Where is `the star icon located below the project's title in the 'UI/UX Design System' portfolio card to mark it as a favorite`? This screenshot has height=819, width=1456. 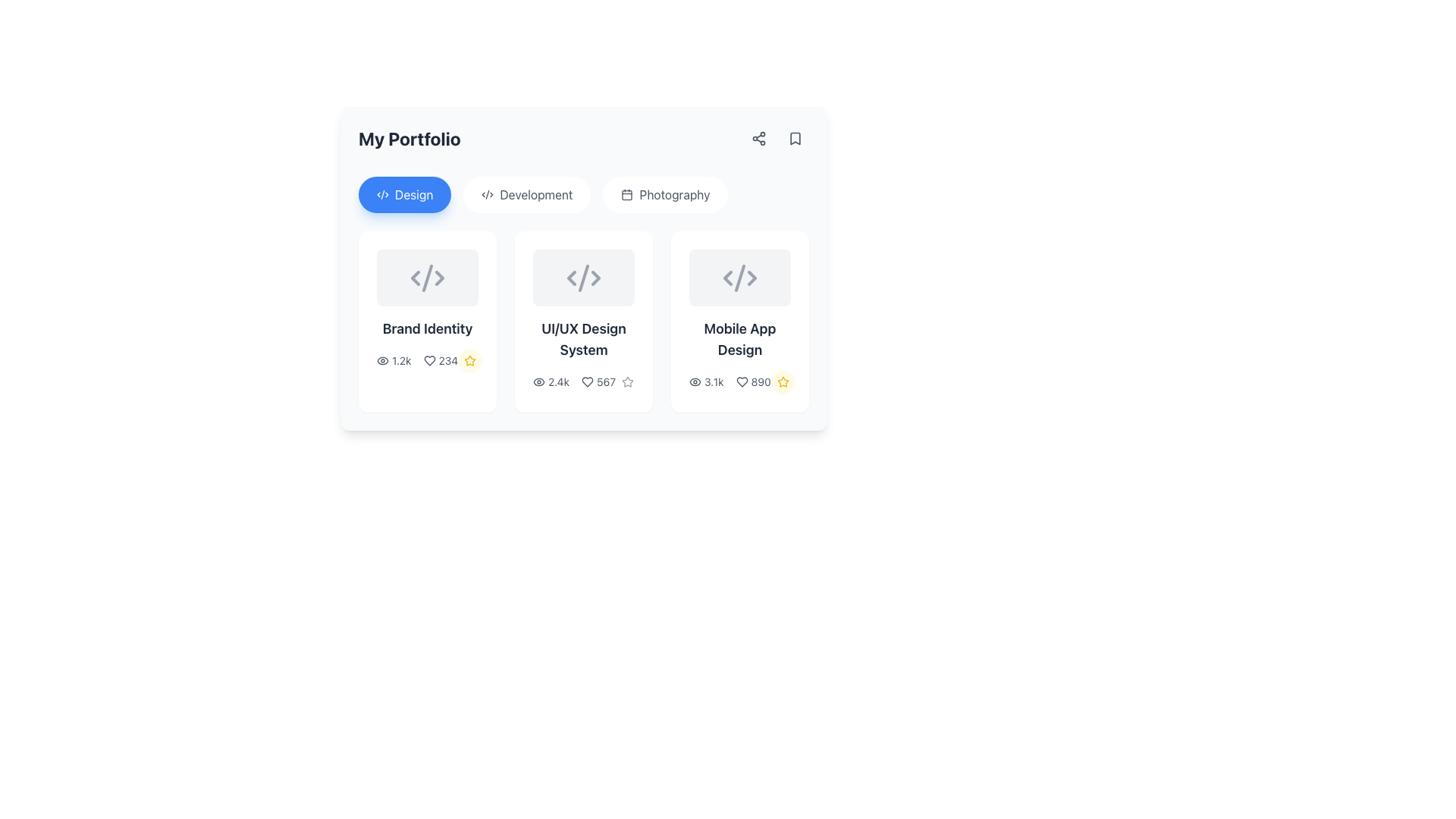 the star icon located below the project's title in the 'UI/UX Design System' portfolio card to mark it as a favorite is located at coordinates (628, 381).